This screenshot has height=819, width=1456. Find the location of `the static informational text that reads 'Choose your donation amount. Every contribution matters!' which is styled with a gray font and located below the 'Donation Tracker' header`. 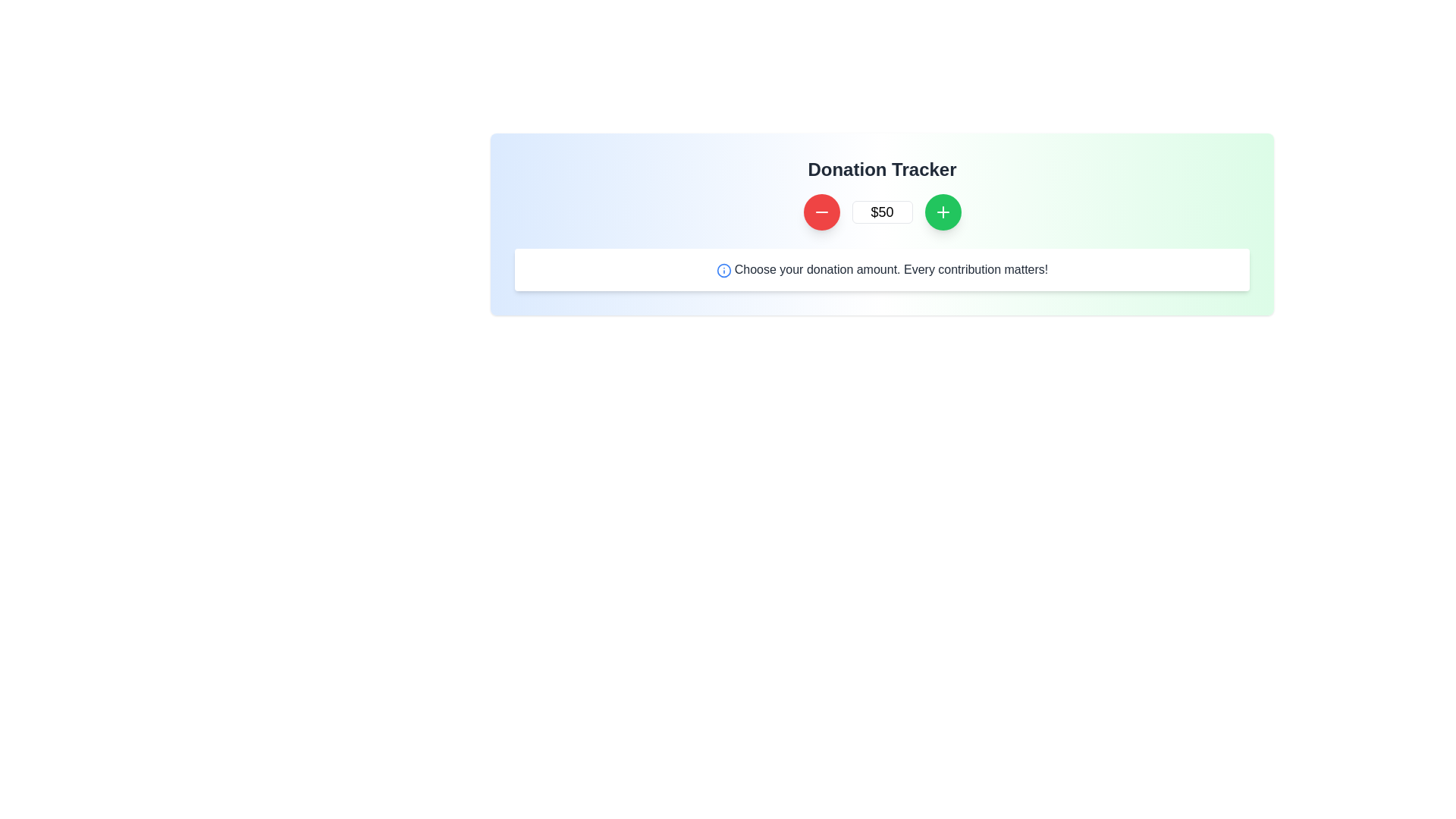

the static informational text that reads 'Choose your donation amount. Every contribution matters!' which is styled with a gray font and located below the 'Donation Tracker' header is located at coordinates (882, 268).